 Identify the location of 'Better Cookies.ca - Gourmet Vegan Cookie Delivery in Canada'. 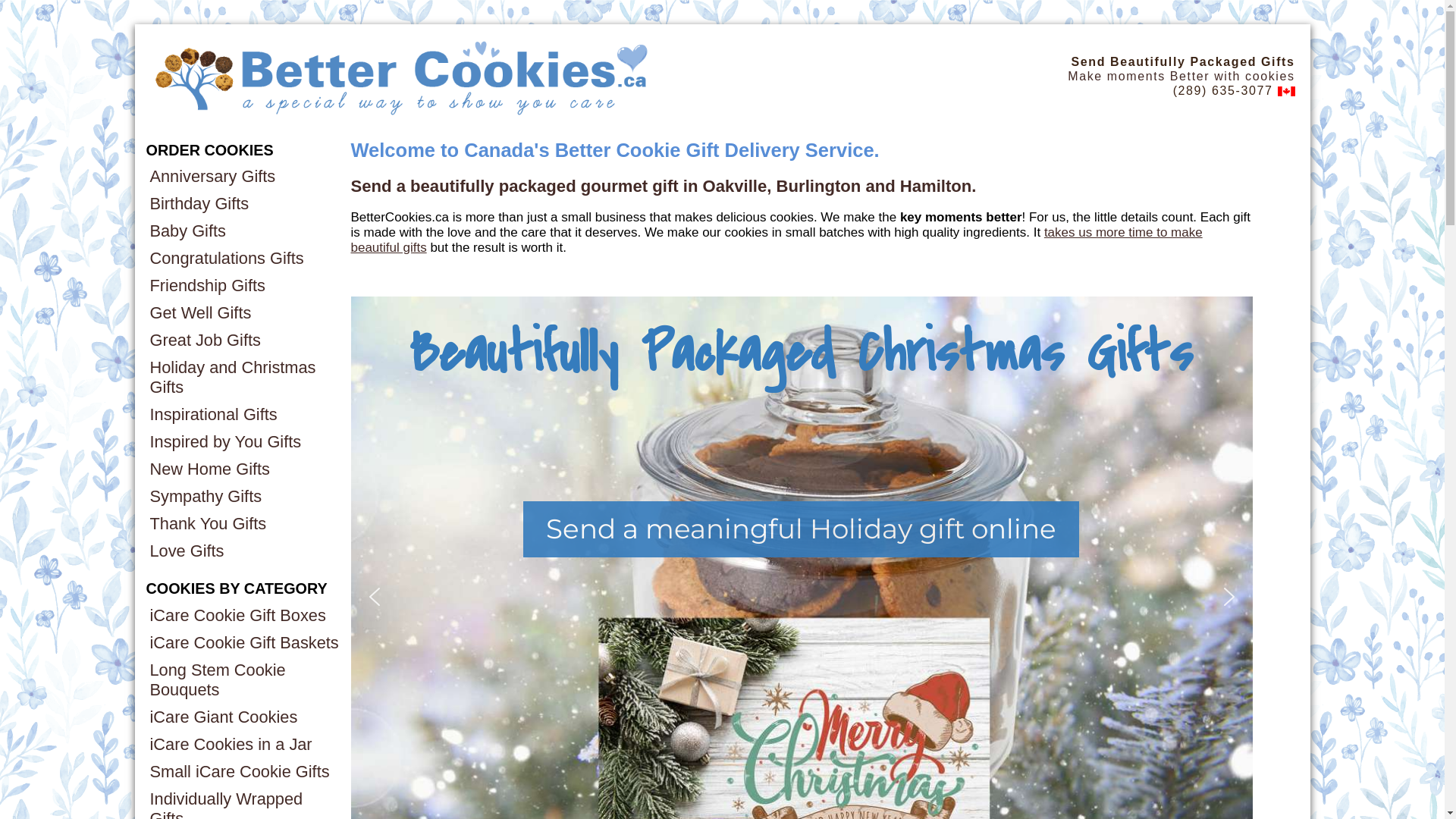
(149, 76).